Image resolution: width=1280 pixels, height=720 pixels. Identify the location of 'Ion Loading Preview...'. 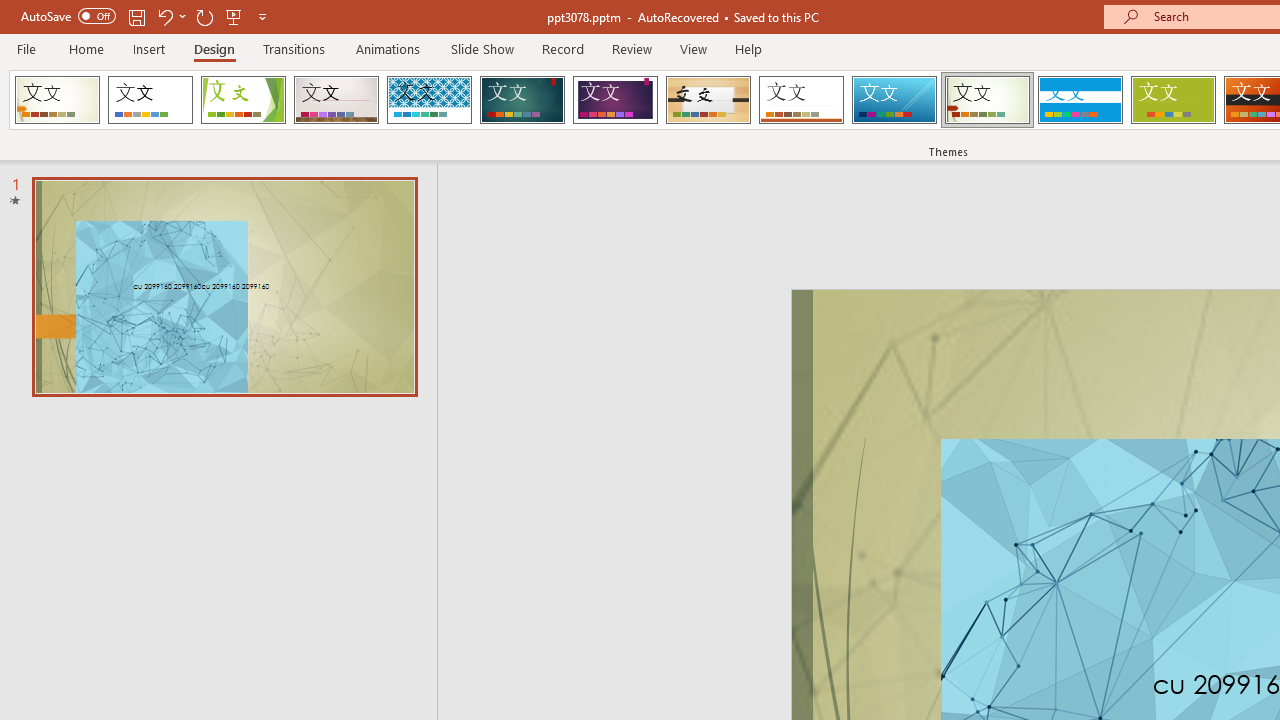
(522, 100).